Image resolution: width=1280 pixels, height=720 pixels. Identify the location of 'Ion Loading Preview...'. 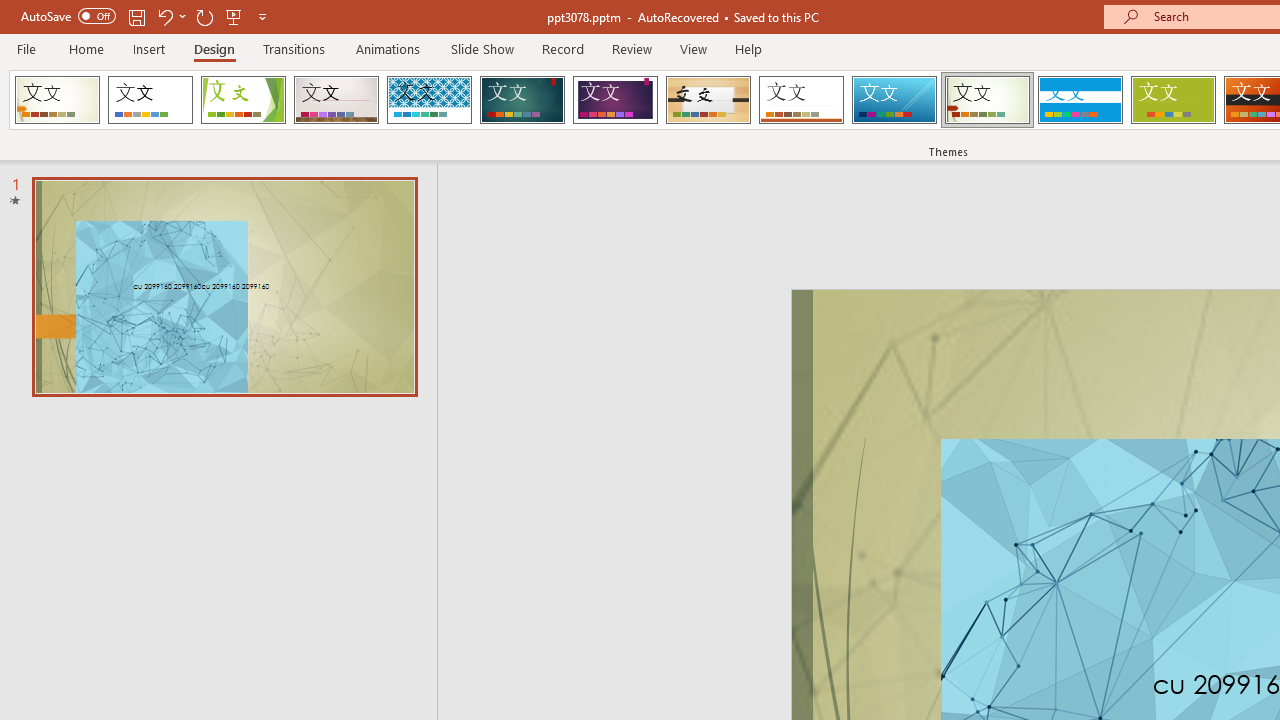
(522, 100).